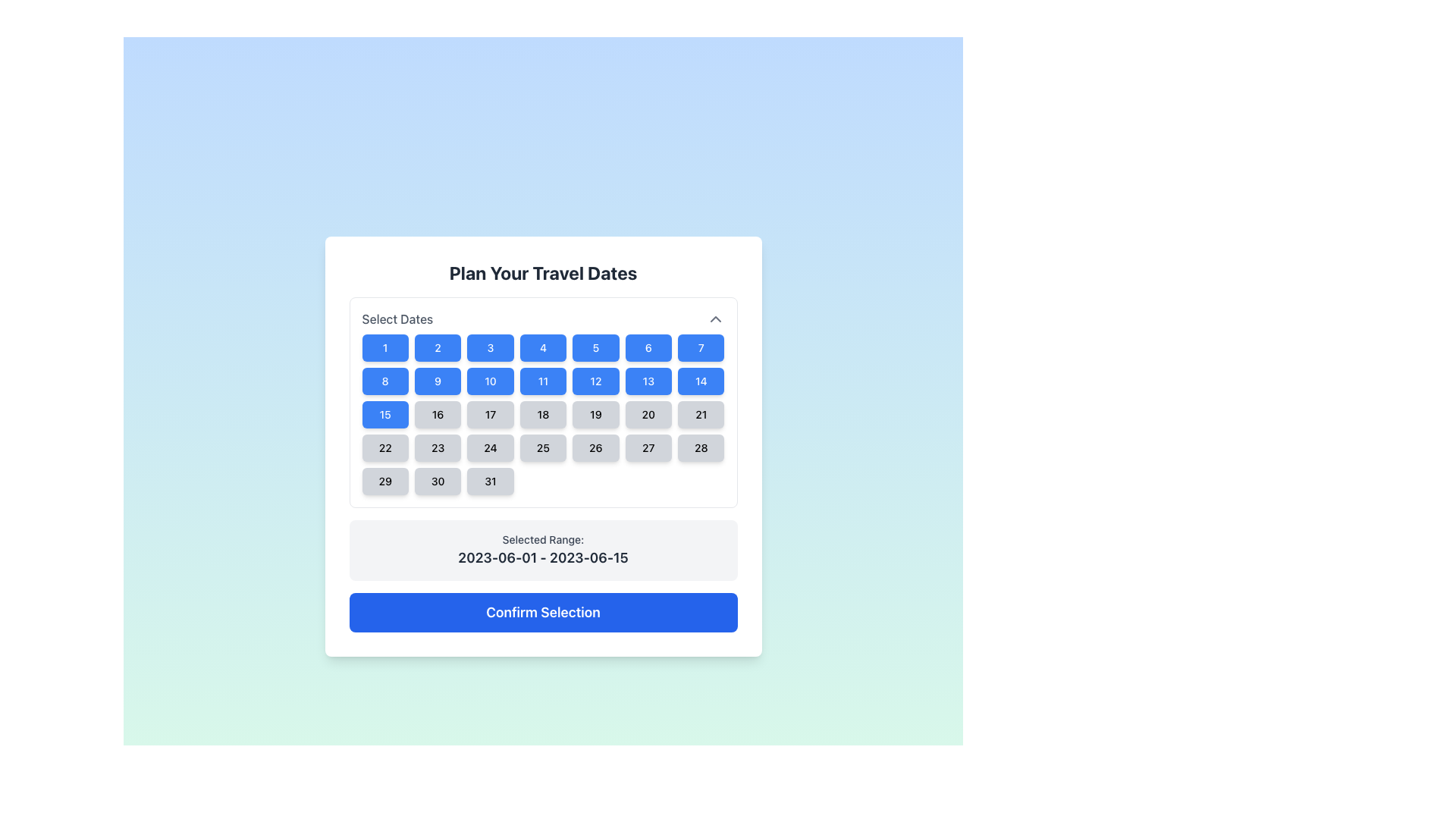 The image size is (1456, 819). Describe the element at coordinates (385, 482) in the screenshot. I see `the button representing the 29th day in the calendar interface` at that location.